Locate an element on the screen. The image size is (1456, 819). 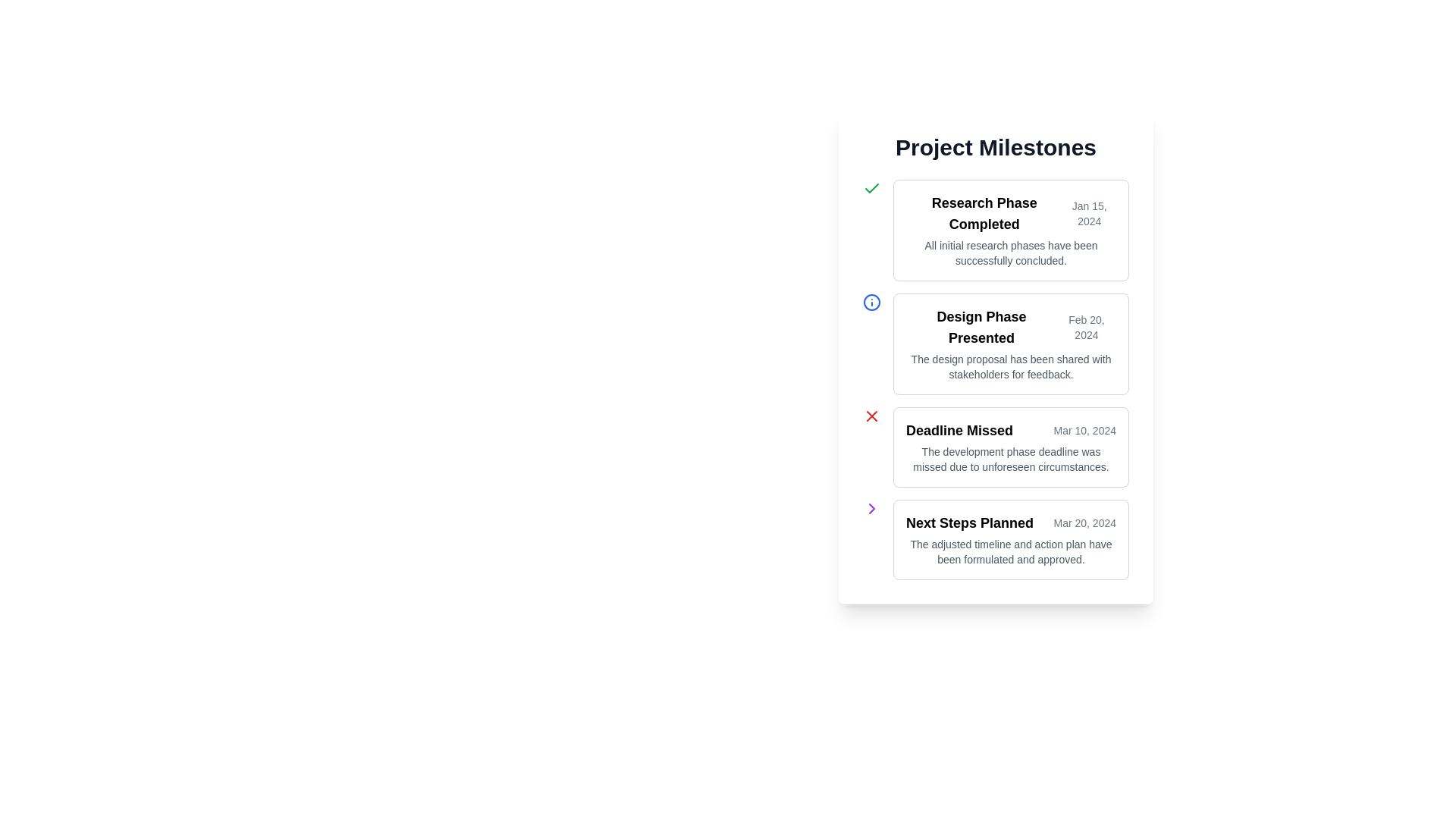
the static text field that displays the title or main status of a milestone indicating a missed deadline, located next to the date 'Mar 10, 2024' is located at coordinates (959, 430).